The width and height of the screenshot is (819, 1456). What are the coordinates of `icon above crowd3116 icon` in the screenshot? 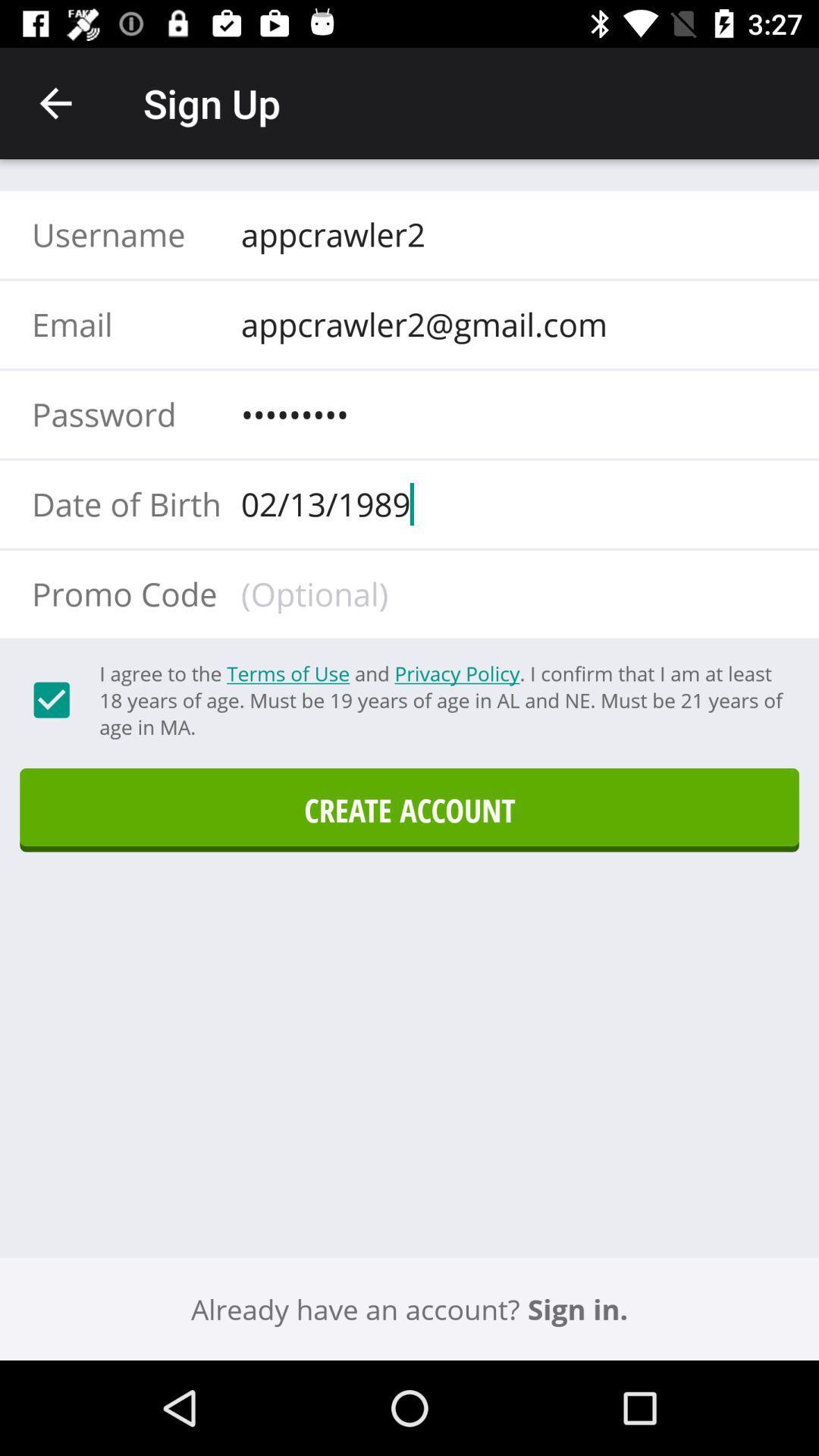 It's located at (509, 323).